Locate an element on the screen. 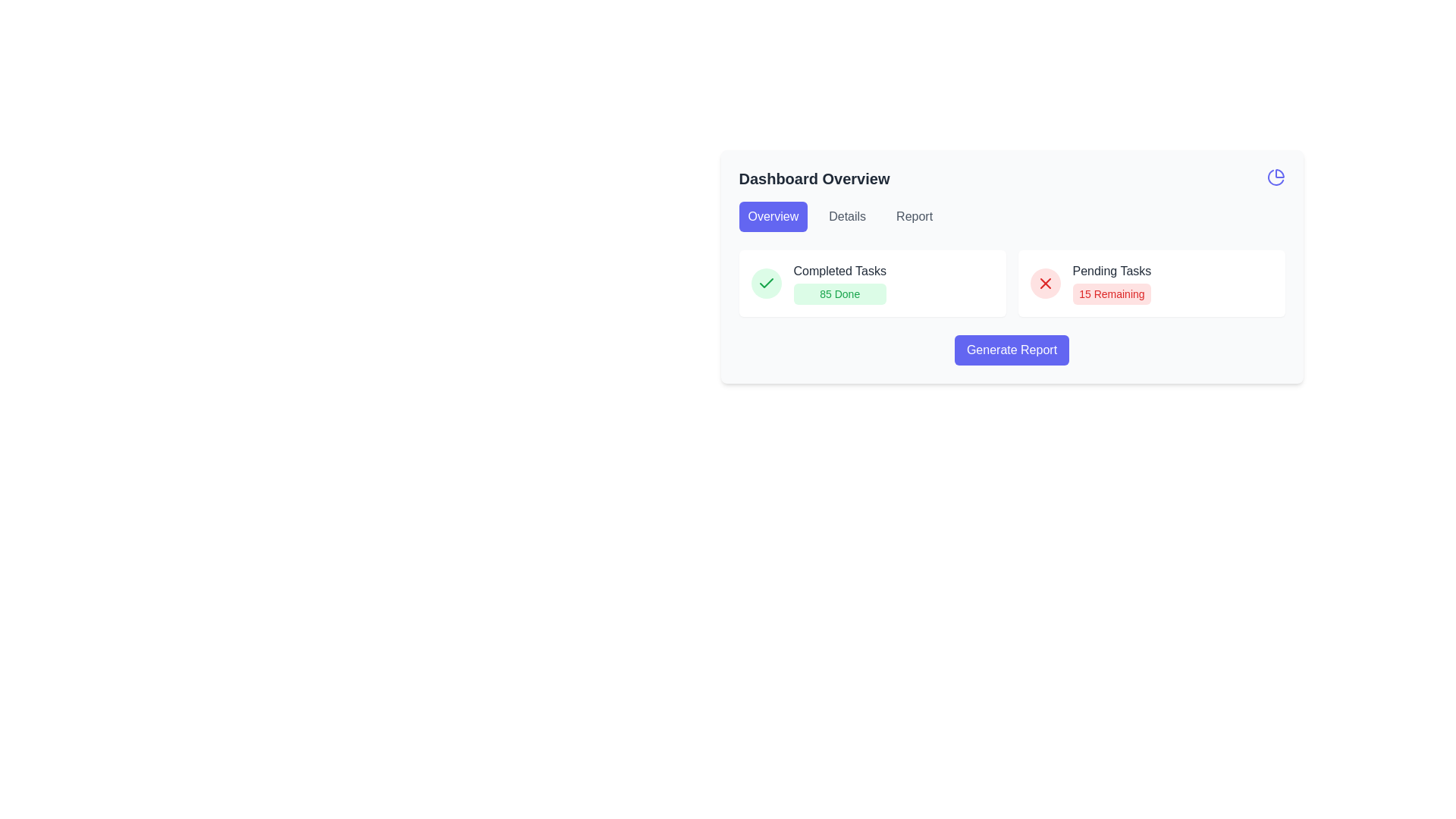 This screenshot has height=819, width=1456. the purple outlined 'X' shaped icon in the top-right corner of the 'Pending Tasks' card is located at coordinates (1044, 284).